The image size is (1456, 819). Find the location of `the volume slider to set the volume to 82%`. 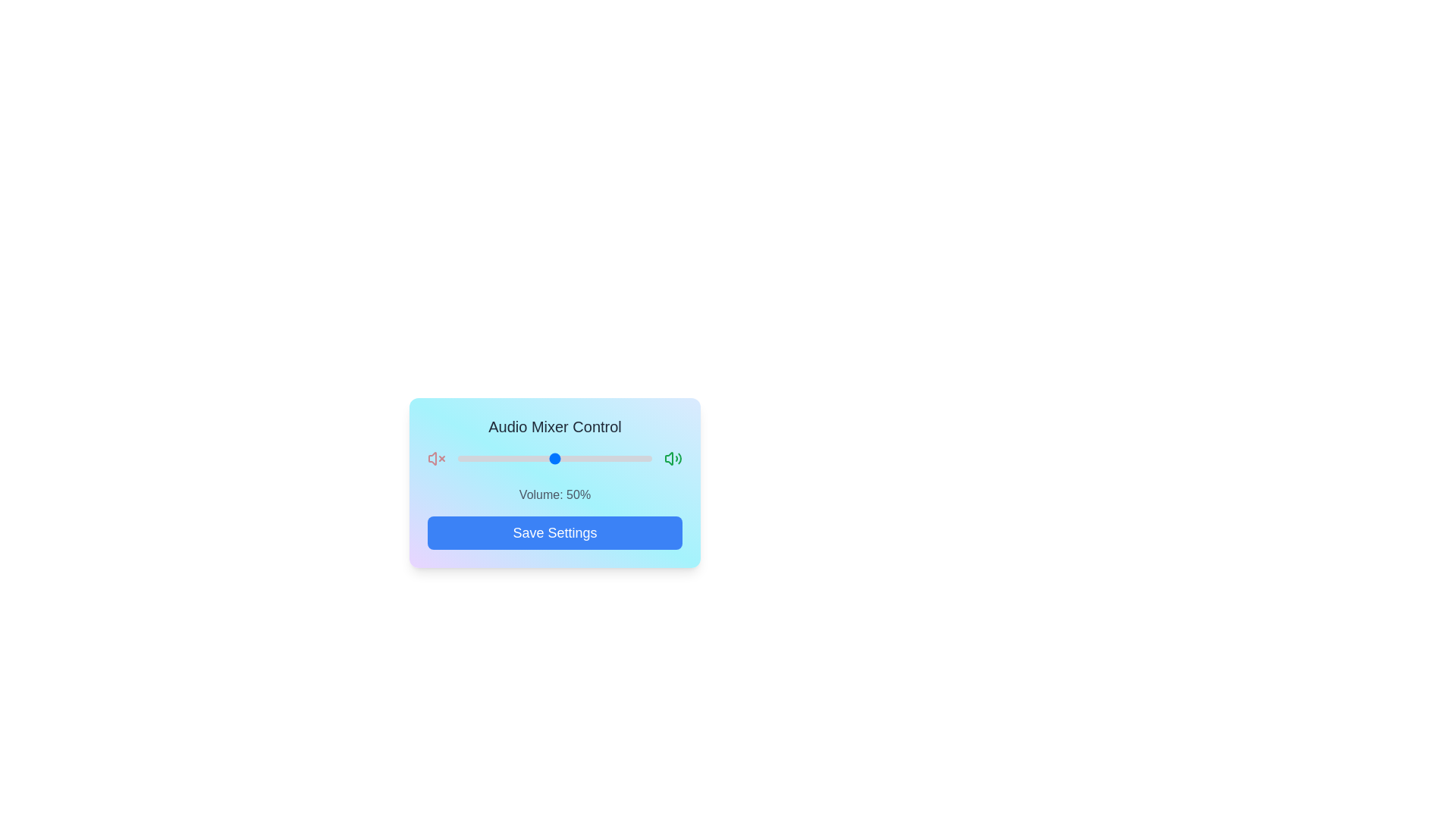

the volume slider to set the volume to 82% is located at coordinates (617, 458).